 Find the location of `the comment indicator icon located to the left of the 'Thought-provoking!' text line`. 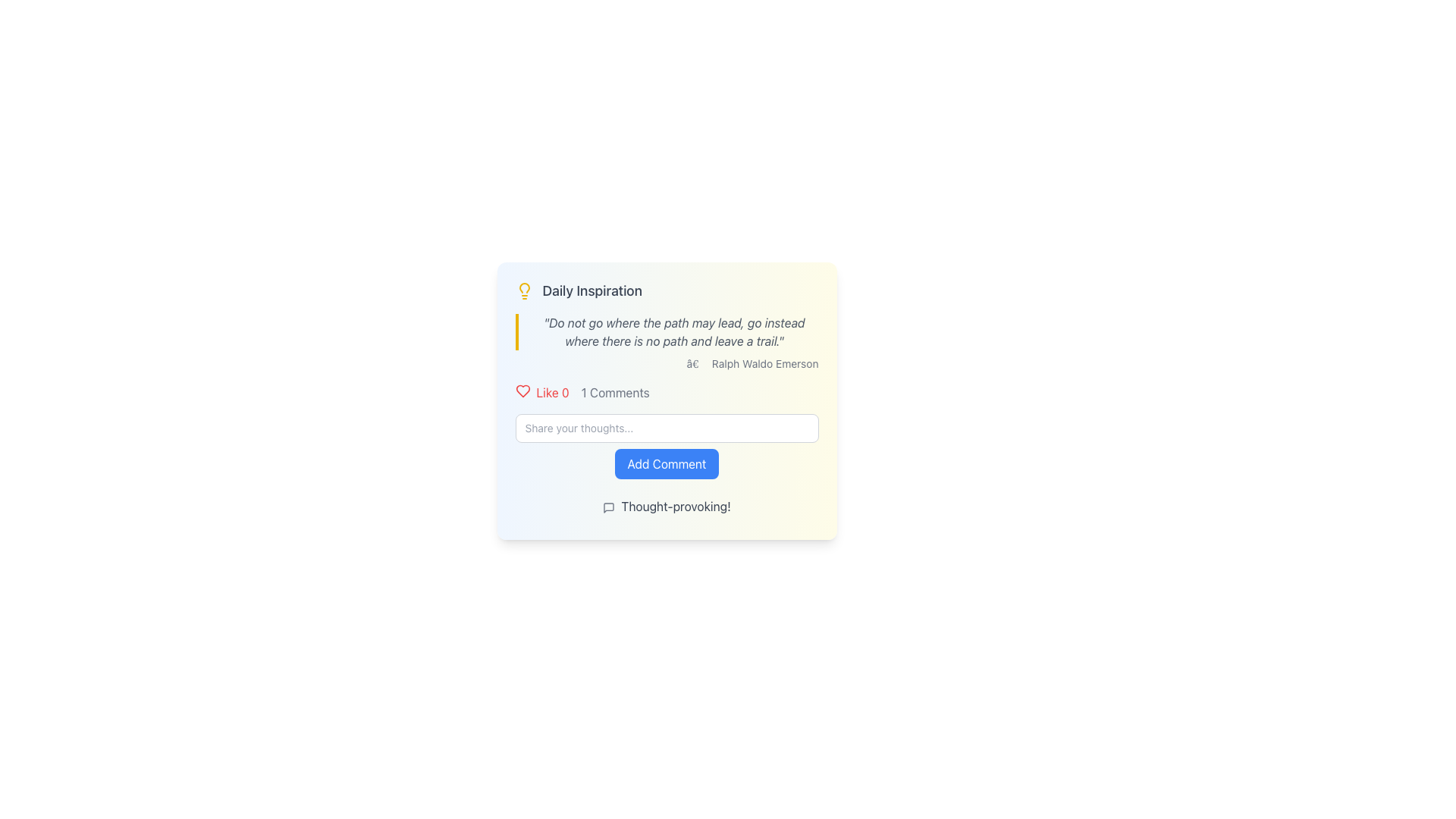

the comment indicator icon located to the left of the 'Thought-provoking!' text line is located at coordinates (609, 507).